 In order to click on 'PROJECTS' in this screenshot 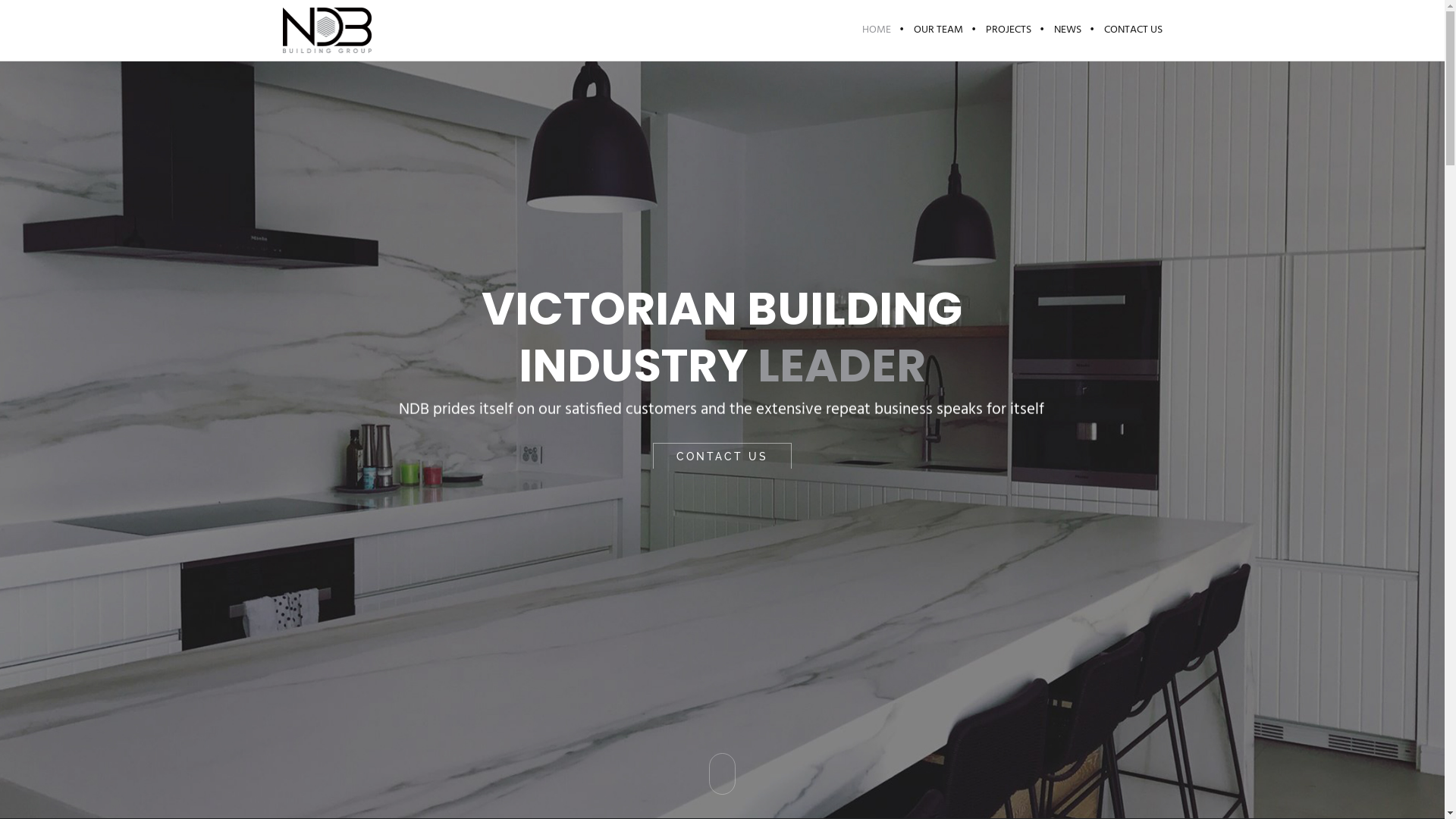, I will do `click(1008, 30)`.